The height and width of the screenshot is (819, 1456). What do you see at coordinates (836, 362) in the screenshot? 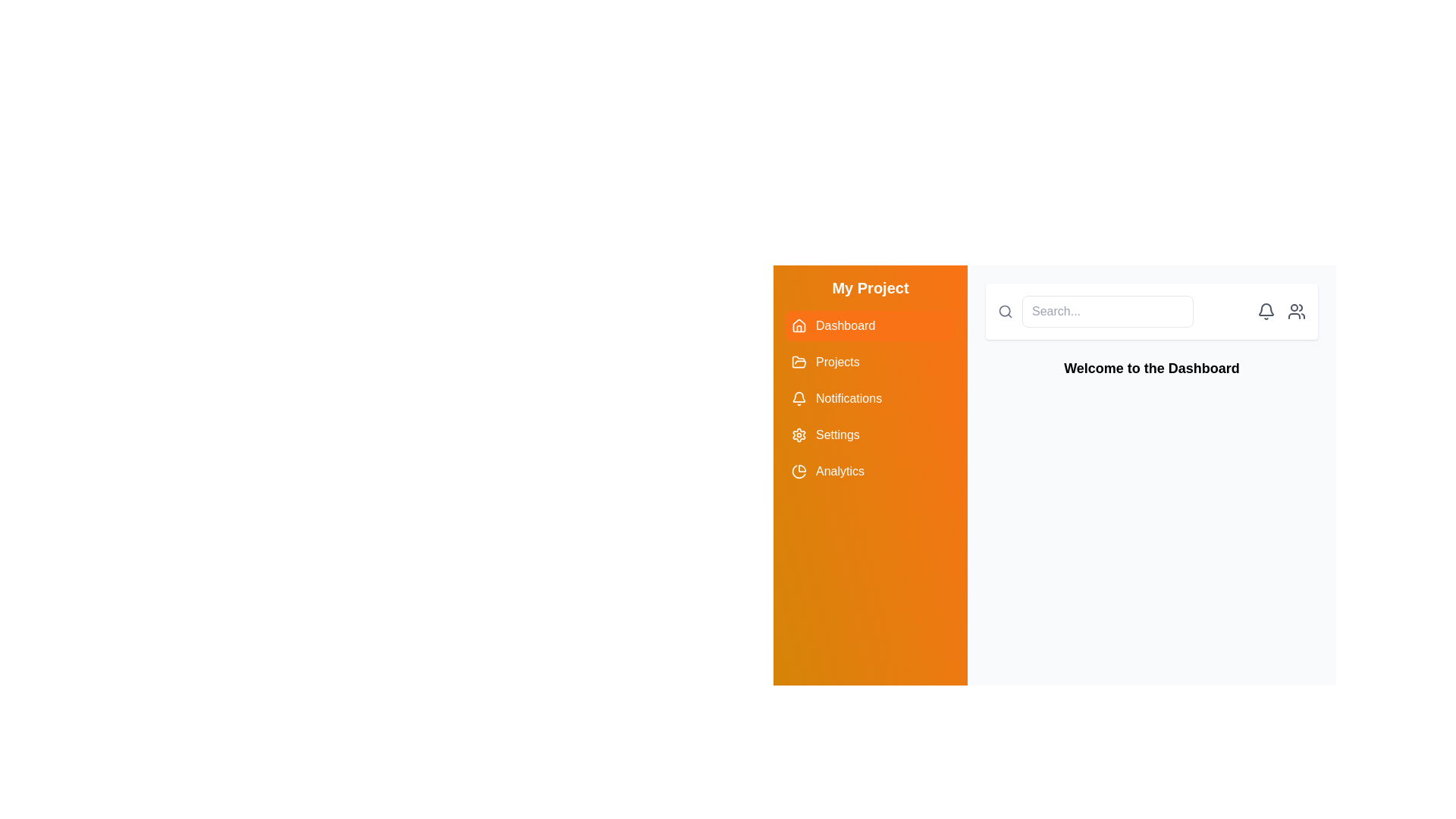
I see `the 'Projects' text label in the vertical navigation menu` at bounding box center [836, 362].